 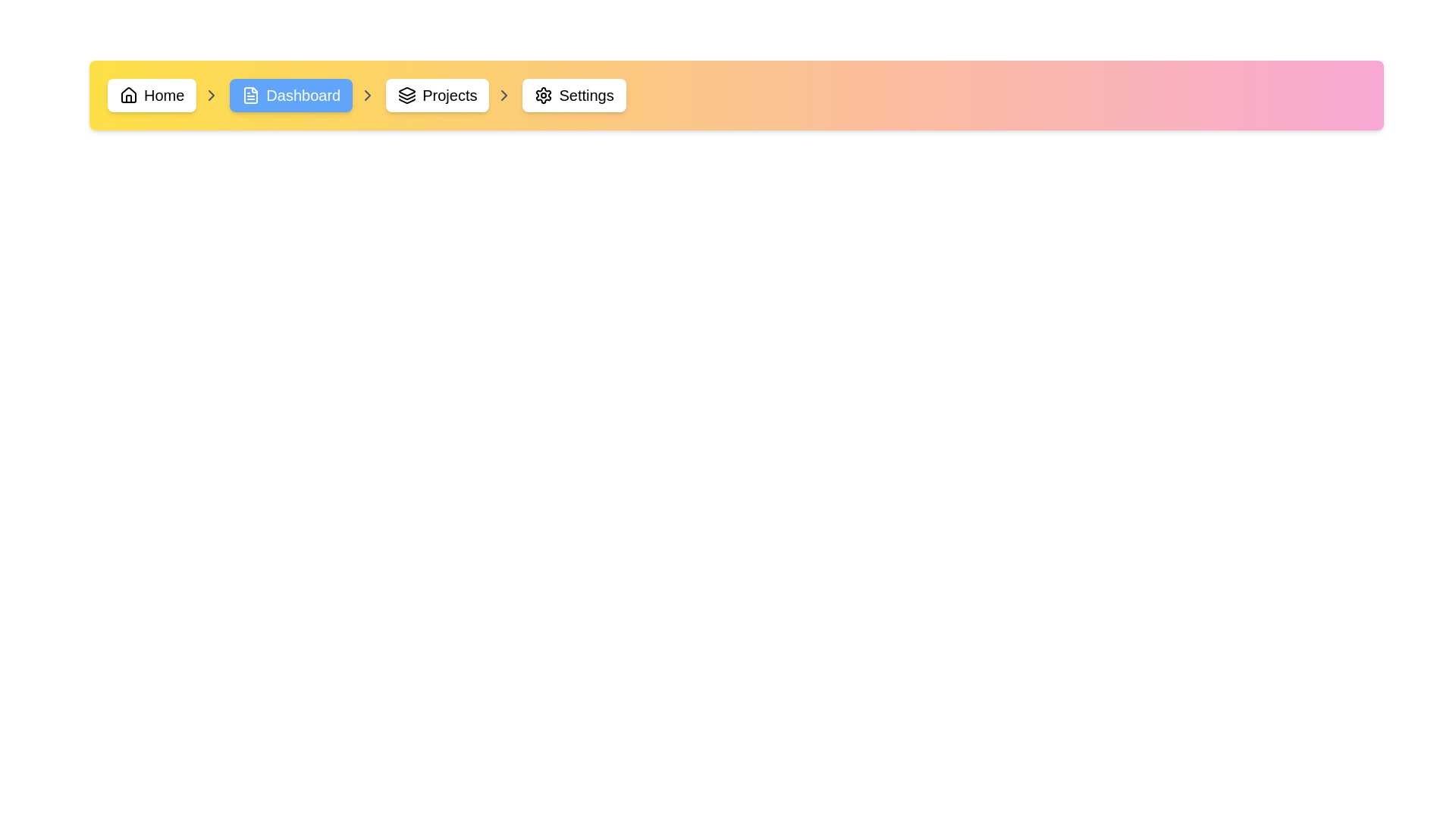 What do you see at coordinates (368, 96) in the screenshot?
I see `the small right-pointing arrow icon in the breadcrumb navigation bar, located between the 'Dashboard' and 'Projects' items` at bounding box center [368, 96].